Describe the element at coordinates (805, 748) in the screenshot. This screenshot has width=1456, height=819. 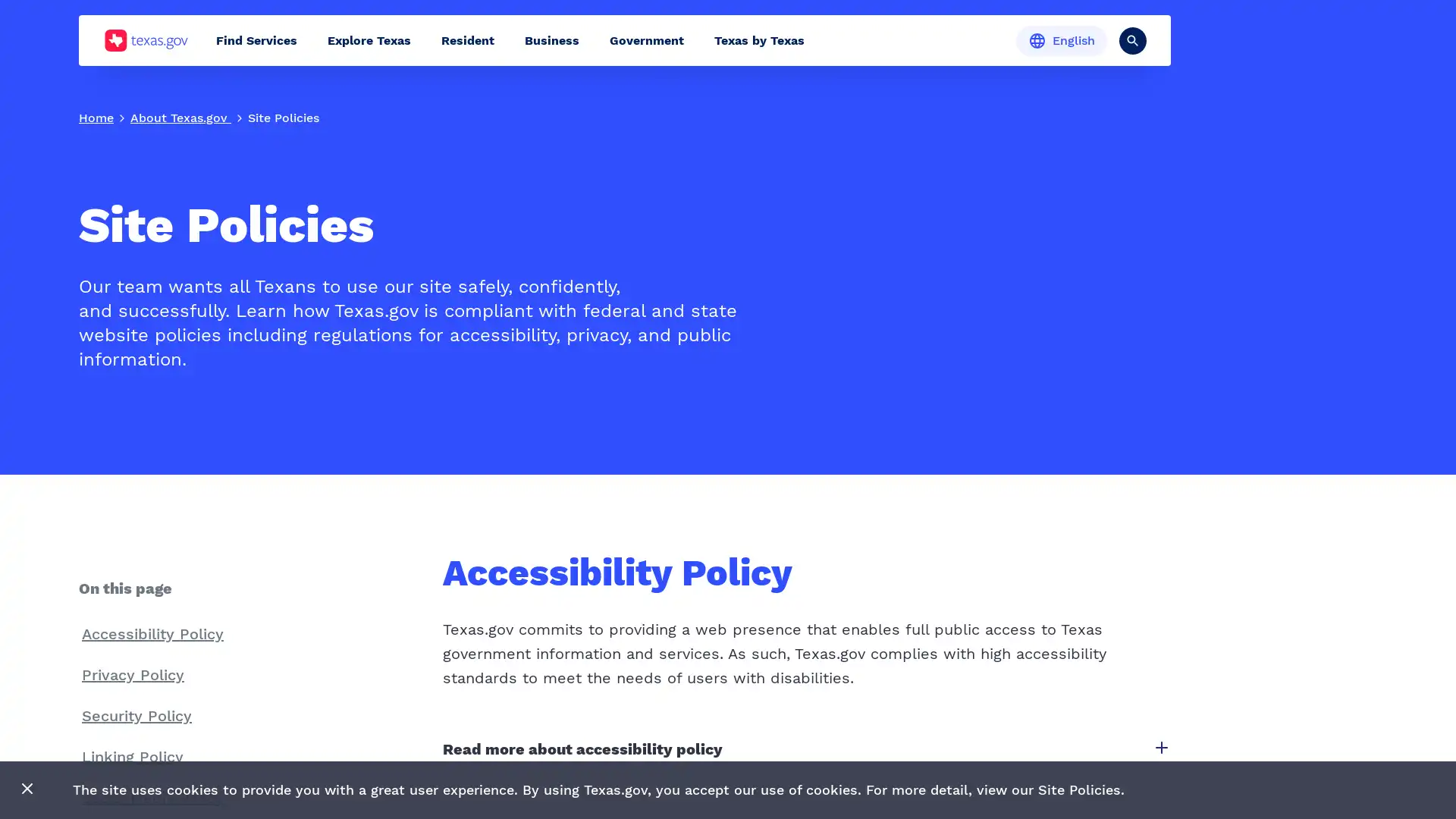
I see `Read more about accessibility policy Plus Icon` at that location.